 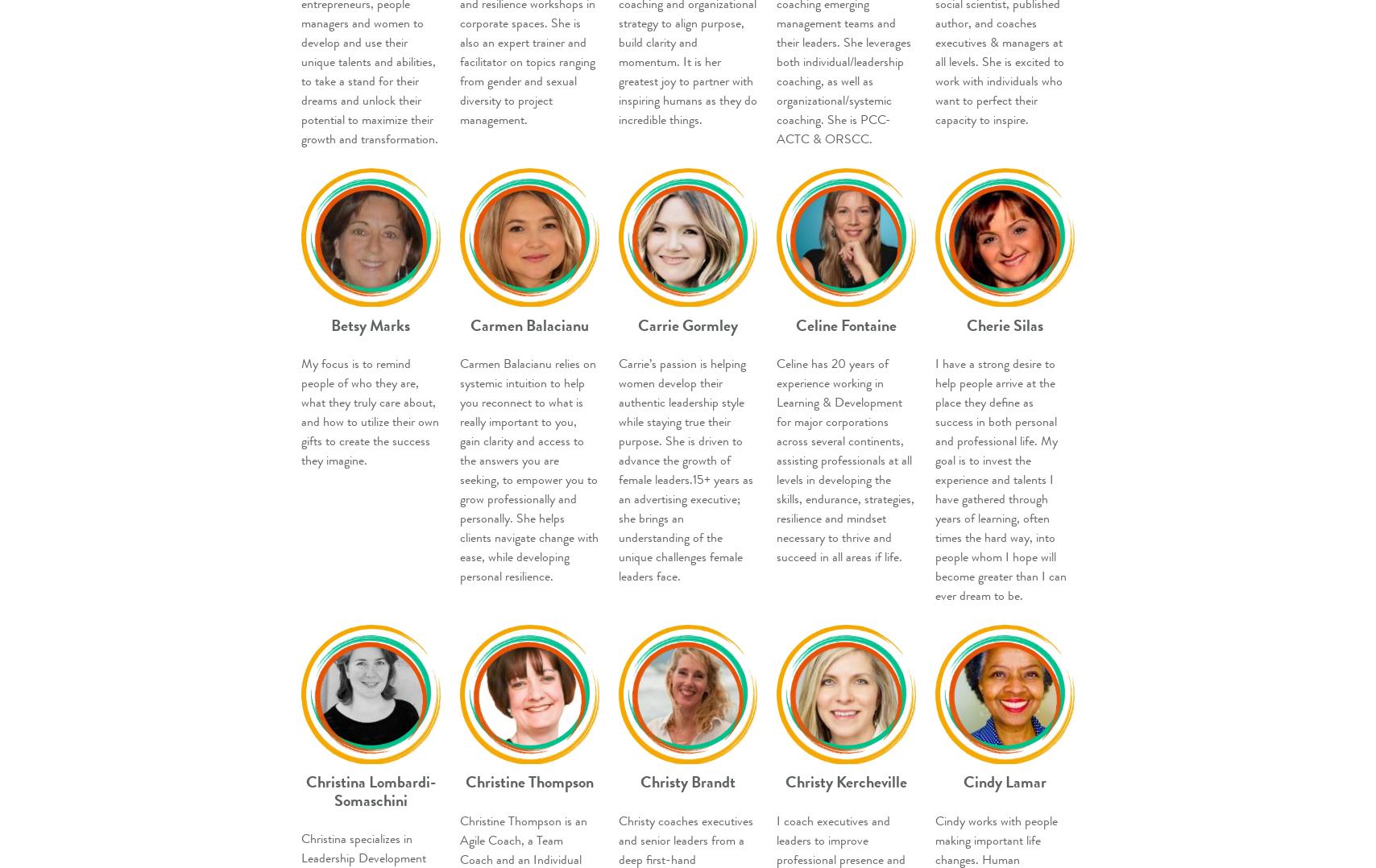 What do you see at coordinates (776, 459) in the screenshot?
I see `'Celine has 20 years of experience working in Learning & Development for major corporations across several continents, assisting professionals at all levels in developing the skills, endurance, strategies, resilience and mindset necessary to thrive and succeed in all areas if life.'` at bounding box center [776, 459].